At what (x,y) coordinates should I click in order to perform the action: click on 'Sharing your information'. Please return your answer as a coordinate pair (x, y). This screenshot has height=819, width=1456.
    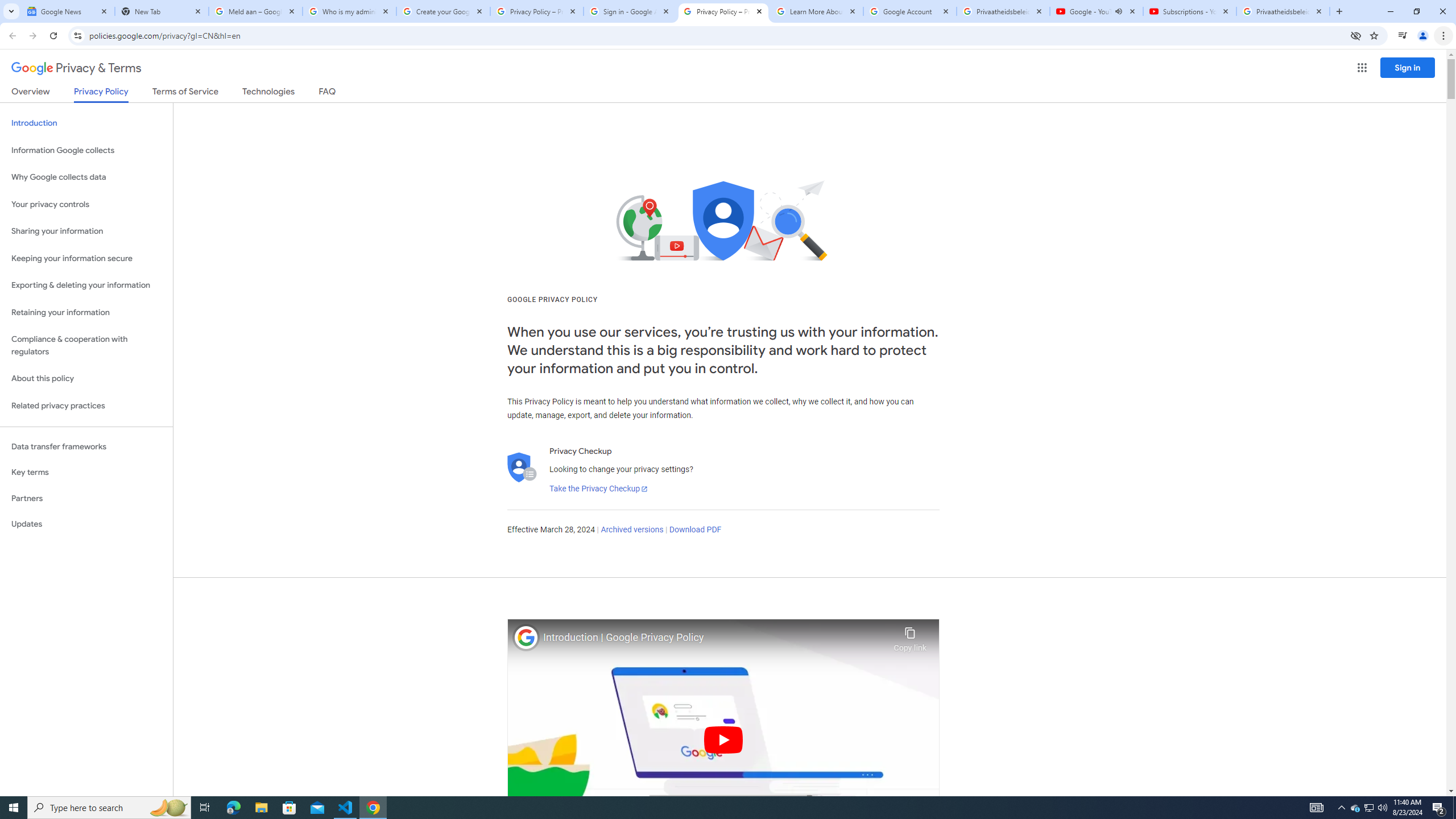
    Looking at the image, I should click on (86, 230).